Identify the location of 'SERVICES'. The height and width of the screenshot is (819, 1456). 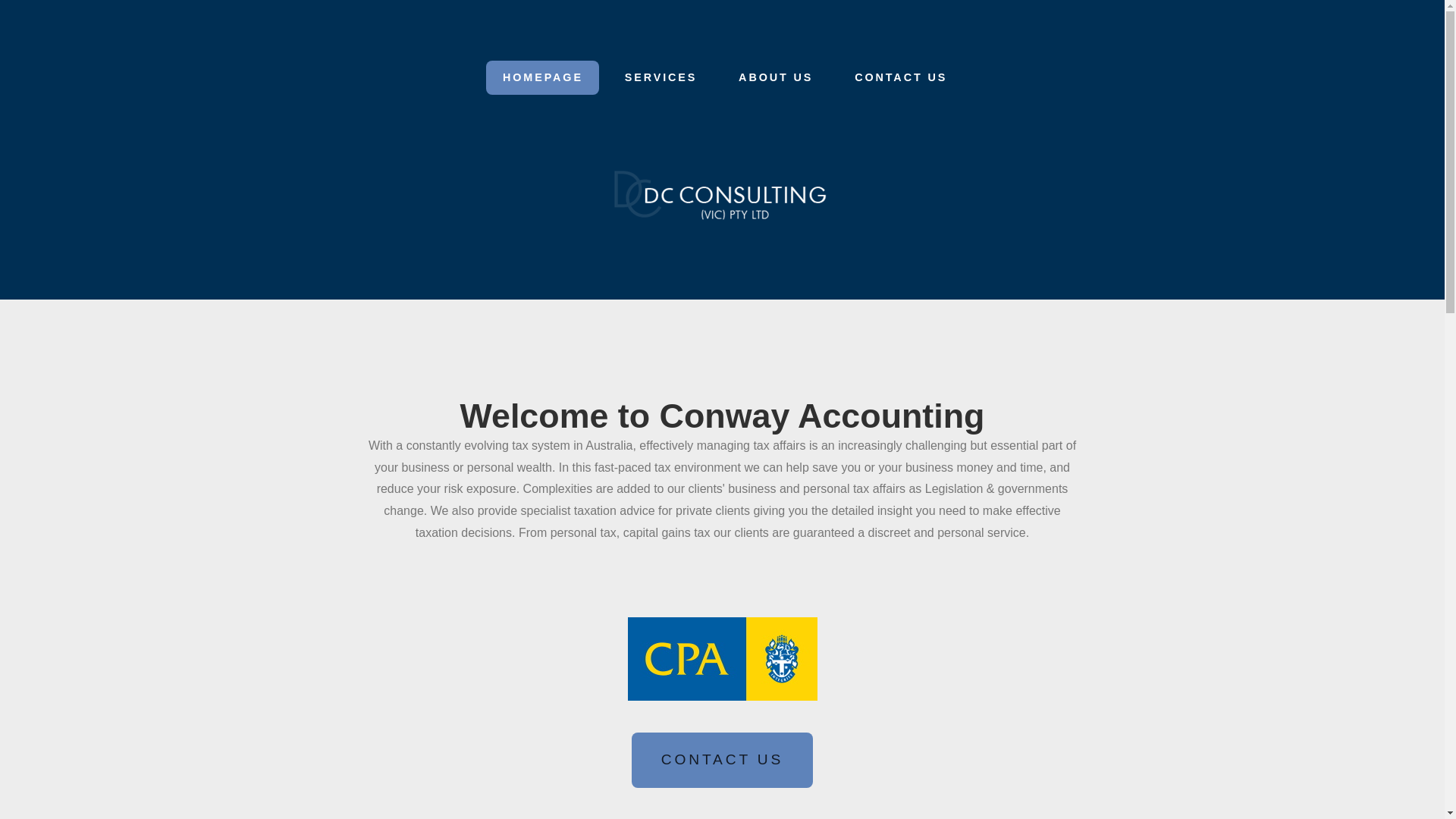
(661, 77).